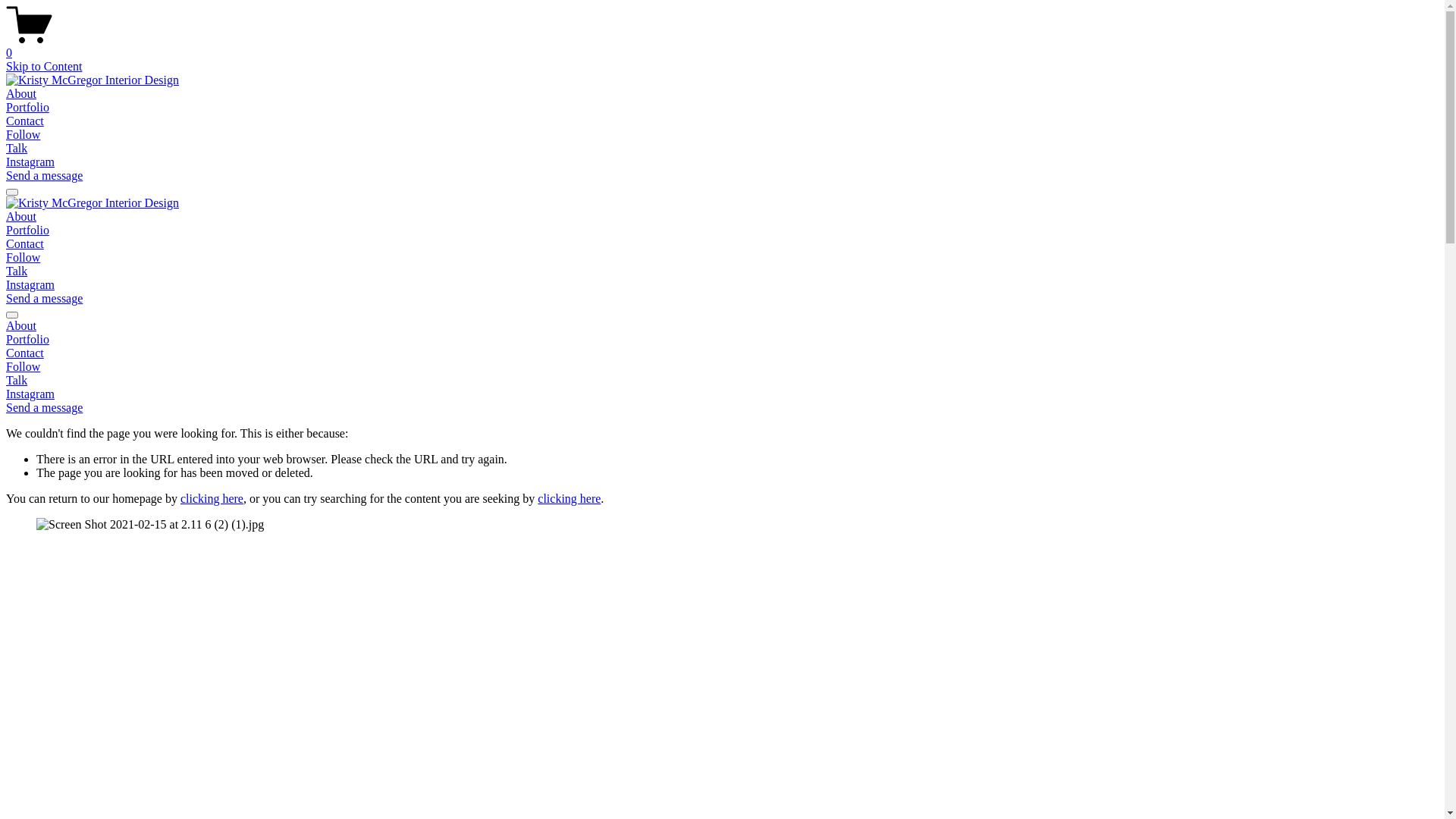 This screenshot has width=1456, height=819. I want to click on 'Contact', so click(721, 353).